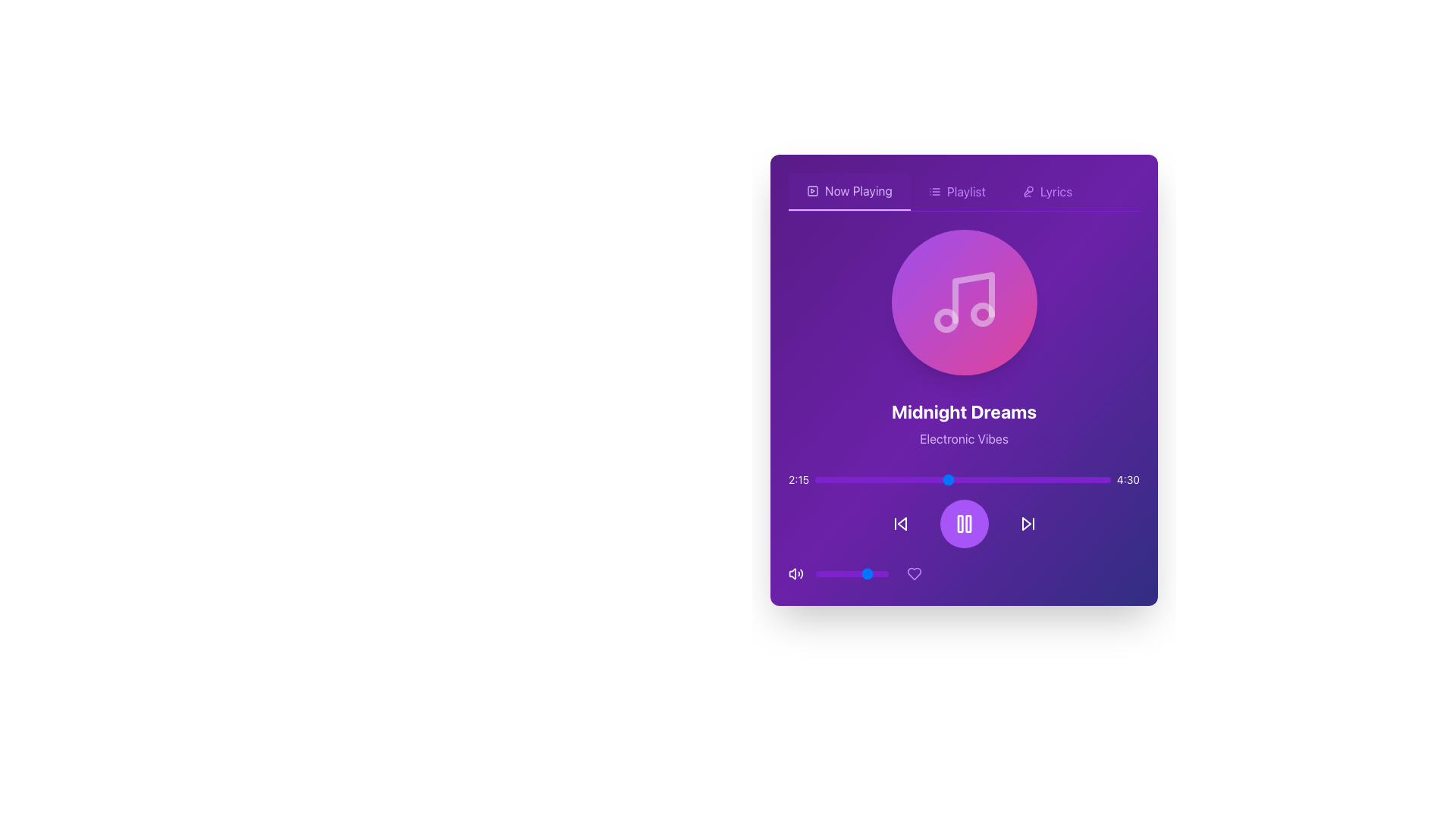  I want to click on the 'Pause' button located centrally in the bottom control section, so click(963, 522).